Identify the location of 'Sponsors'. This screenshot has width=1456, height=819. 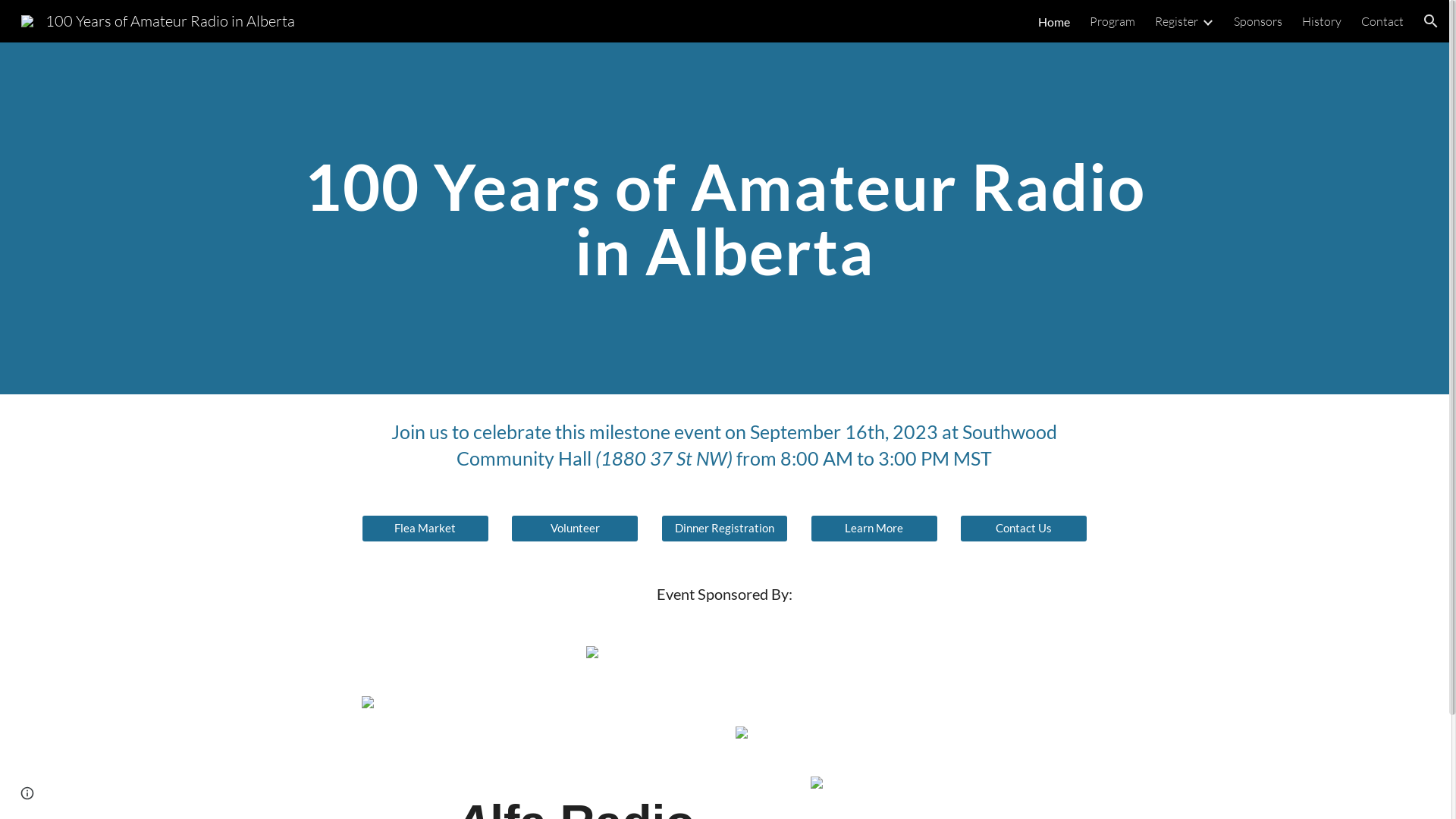
(1234, 20).